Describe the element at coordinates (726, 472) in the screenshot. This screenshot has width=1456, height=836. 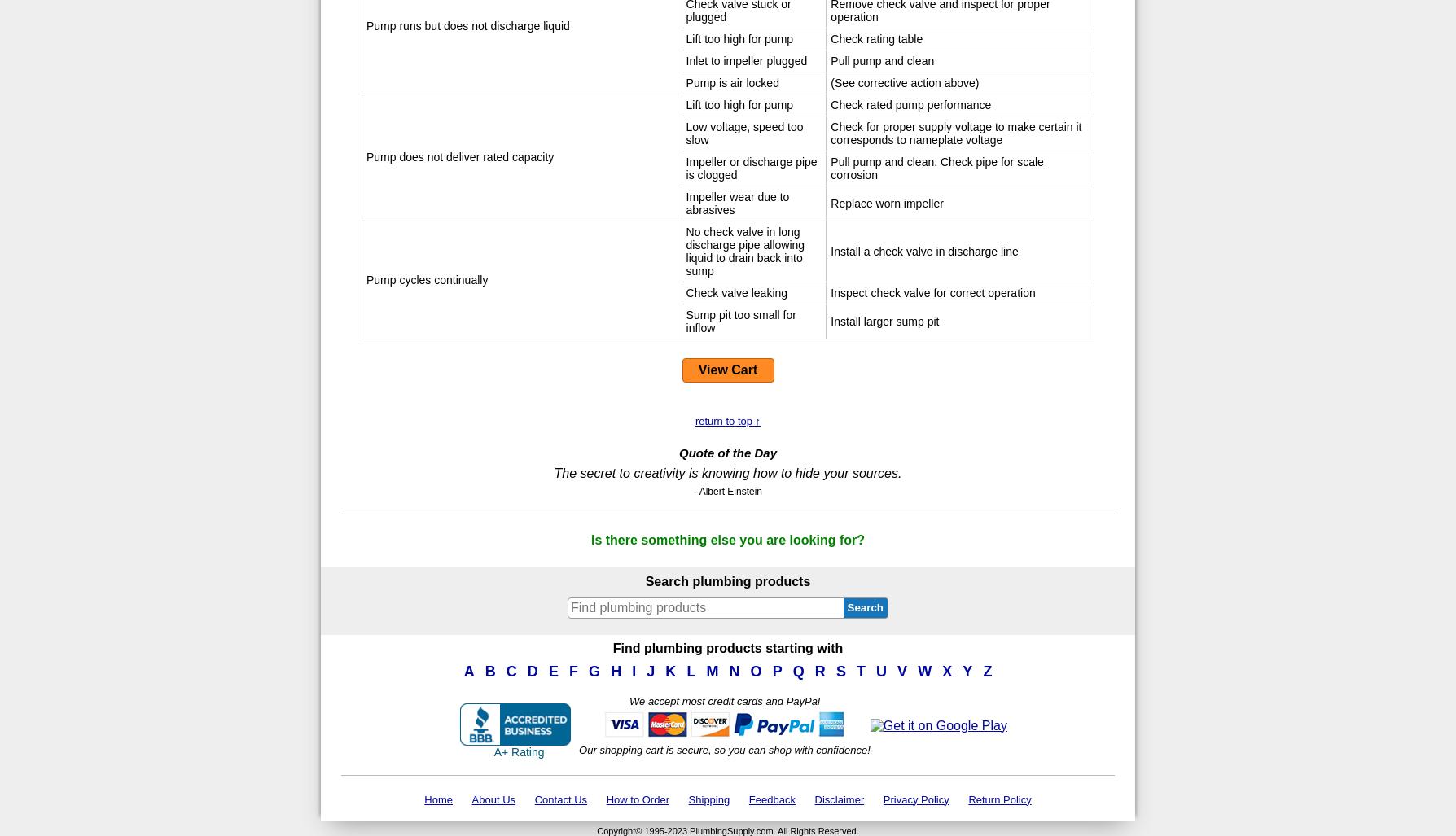
I see `'The secret to creativity is knowing how to hide your sources.'` at that location.